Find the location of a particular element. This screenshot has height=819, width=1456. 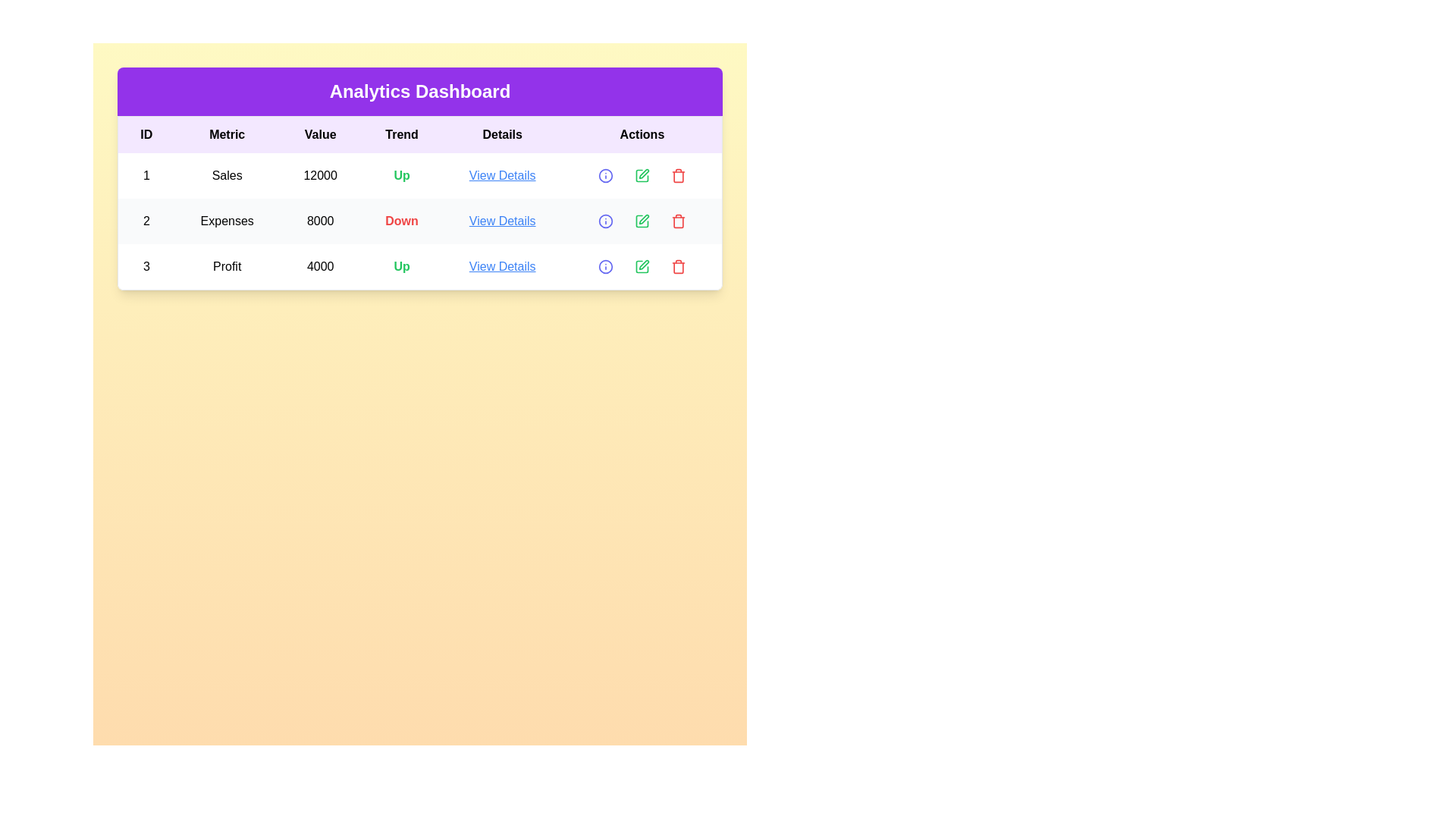

the green pencil icon in the last row of the table under the 'Actions' column is located at coordinates (642, 265).